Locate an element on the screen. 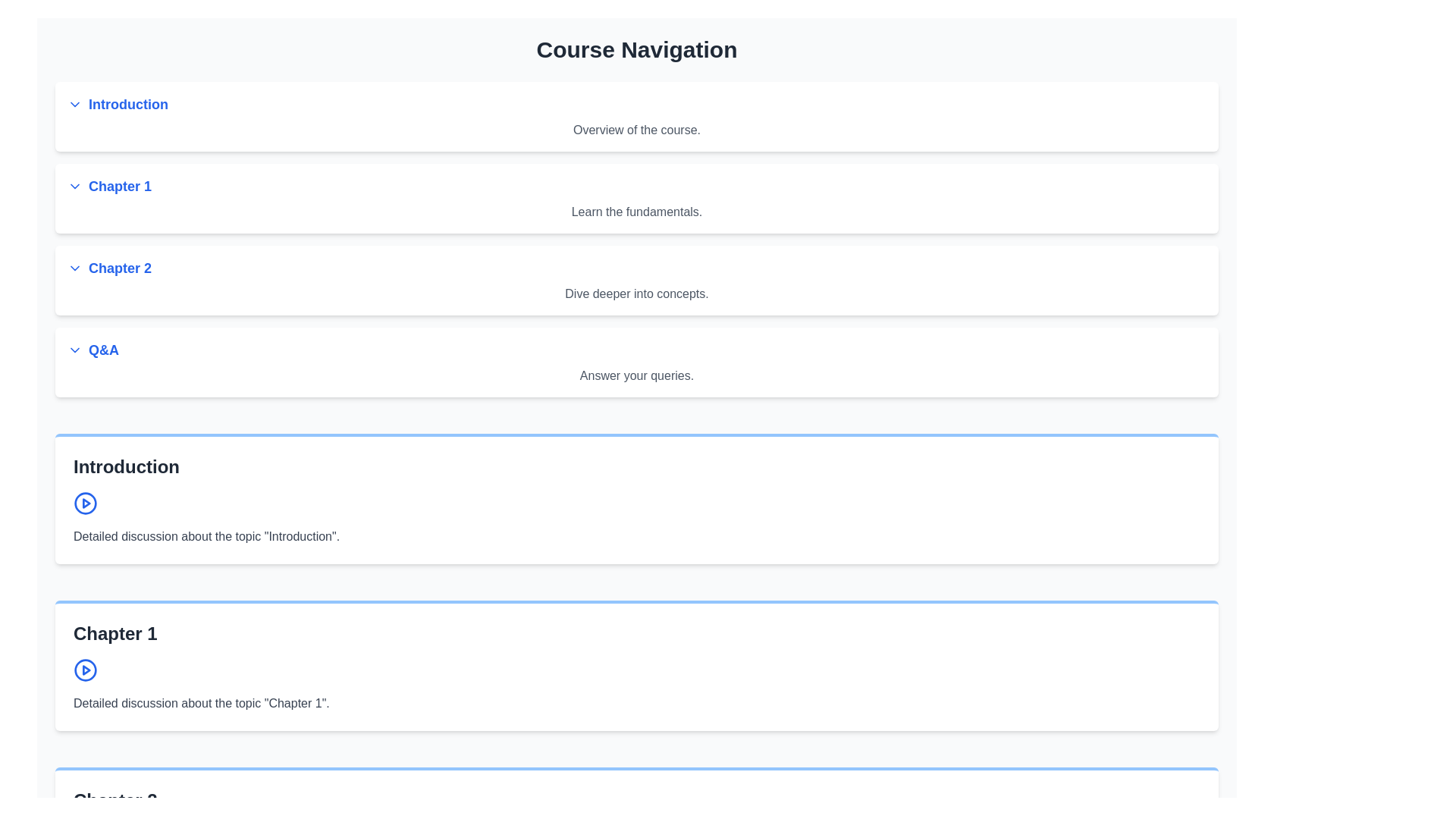  the downward-pointing chevron icon next to 'Q&A' in the 'Course Navigation' interface is located at coordinates (74, 350).